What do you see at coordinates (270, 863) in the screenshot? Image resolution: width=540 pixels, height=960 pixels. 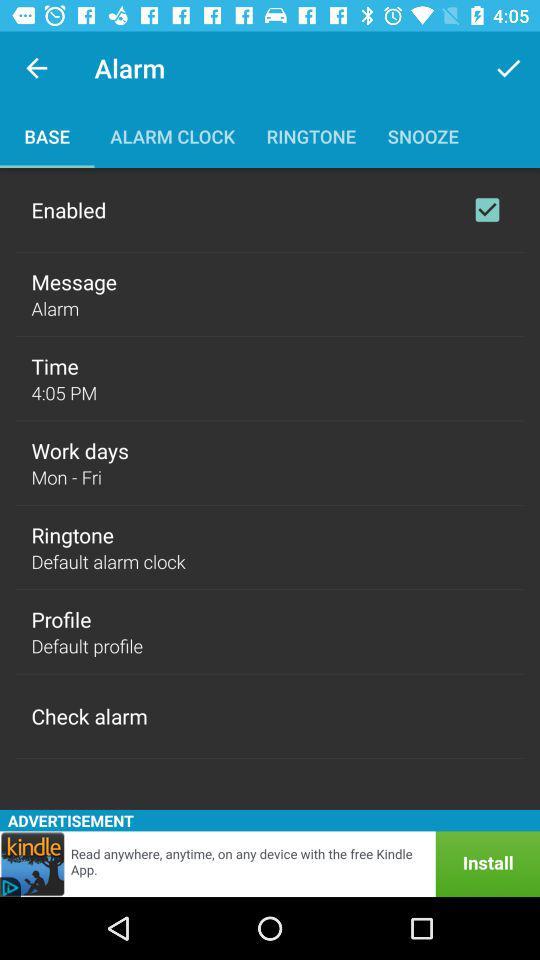 I see `advertisement landing page` at bounding box center [270, 863].